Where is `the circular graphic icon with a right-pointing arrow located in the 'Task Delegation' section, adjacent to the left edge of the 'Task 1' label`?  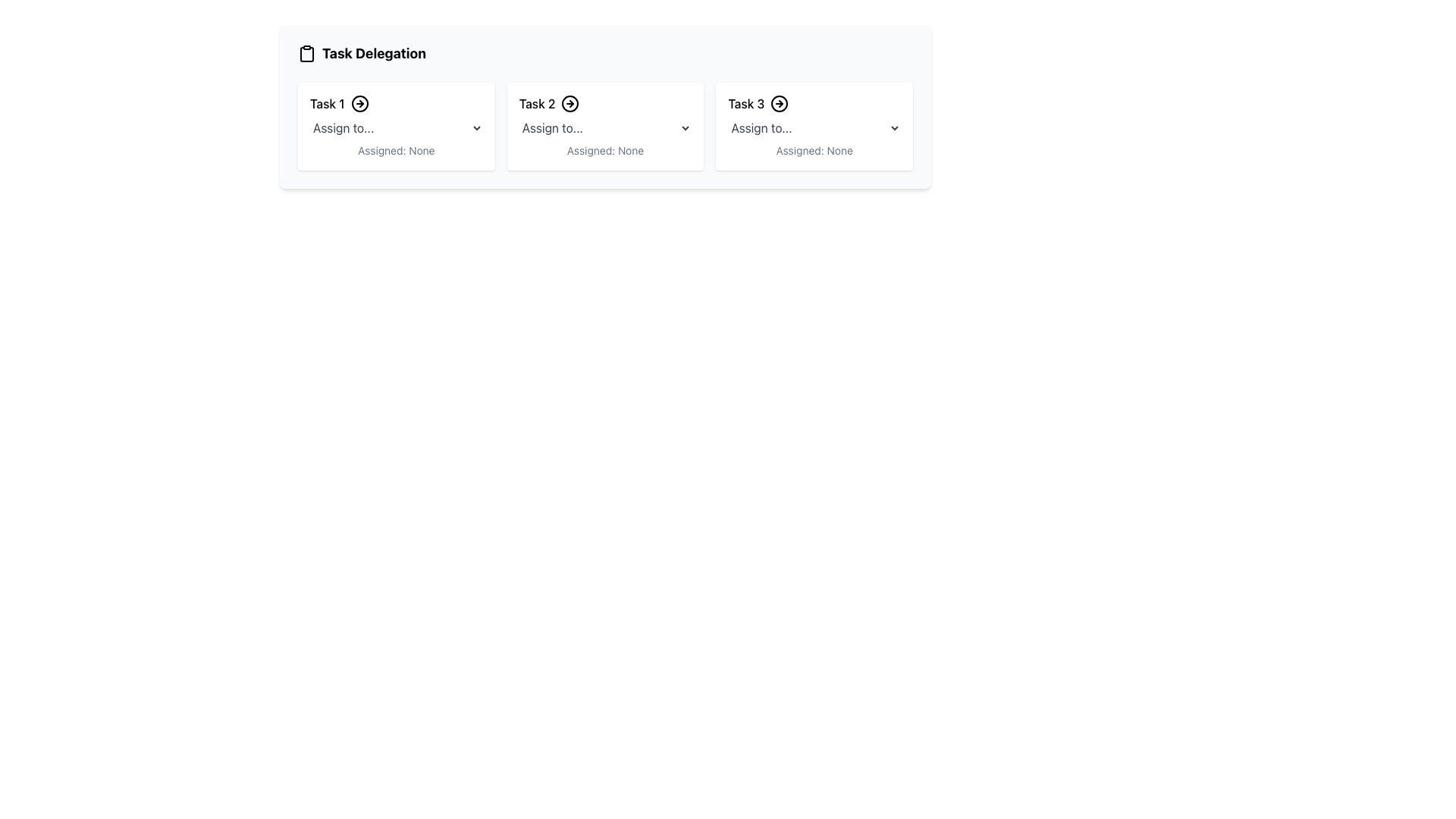
the circular graphic icon with a right-pointing arrow located in the 'Task Delegation' section, adjacent to the left edge of the 'Task 1' label is located at coordinates (359, 103).